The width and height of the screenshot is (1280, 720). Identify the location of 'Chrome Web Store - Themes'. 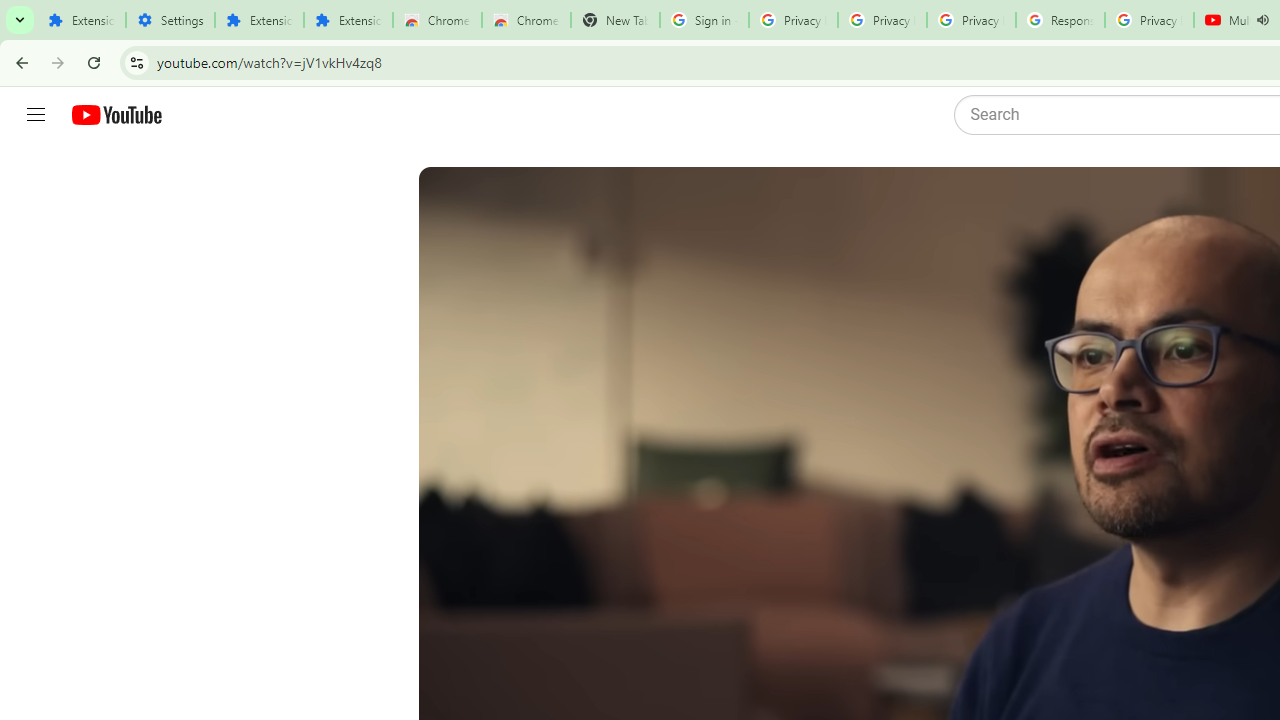
(526, 20).